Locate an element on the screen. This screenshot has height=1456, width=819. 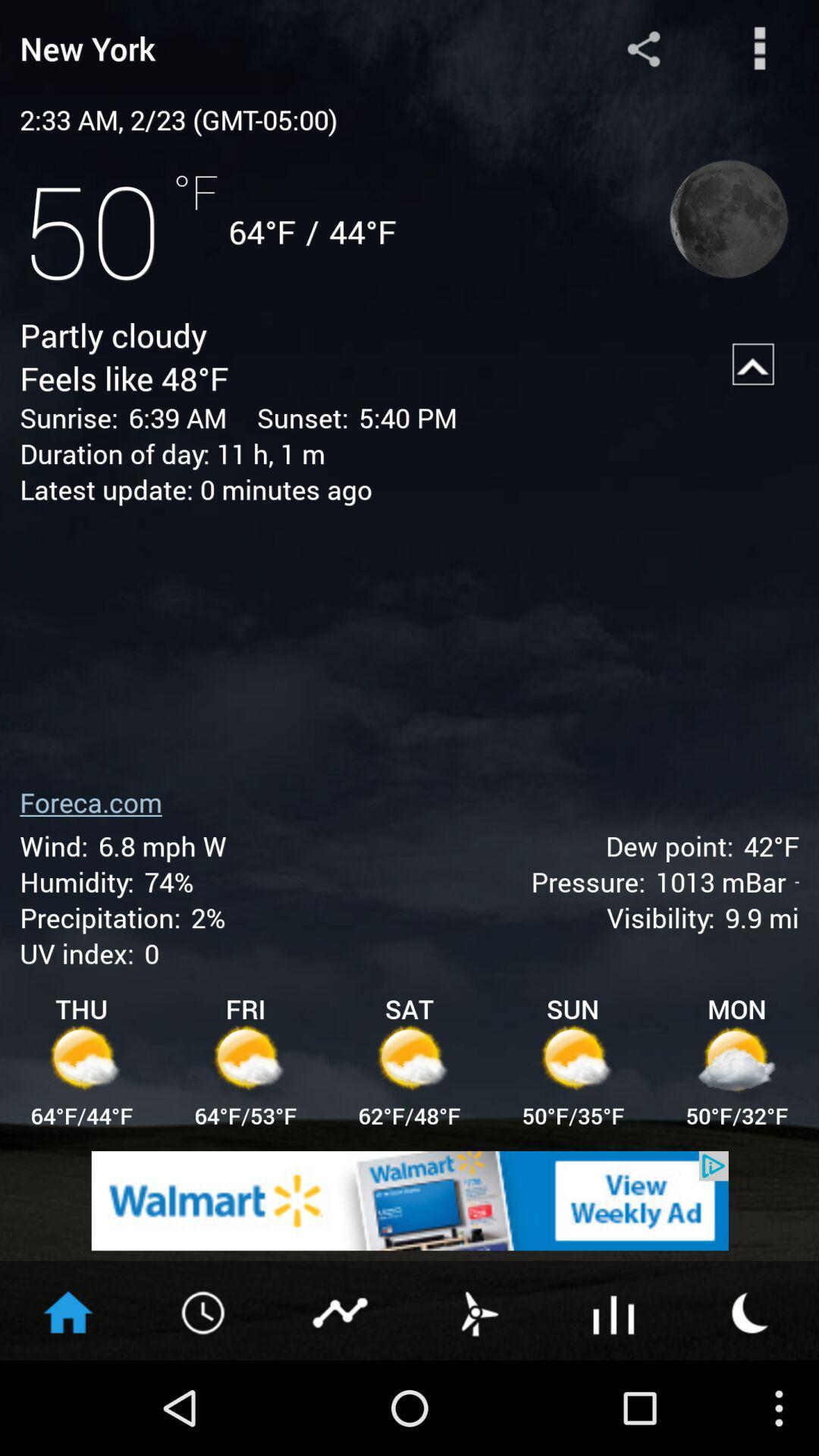
show statistics is located at coordinates (341, 1310).